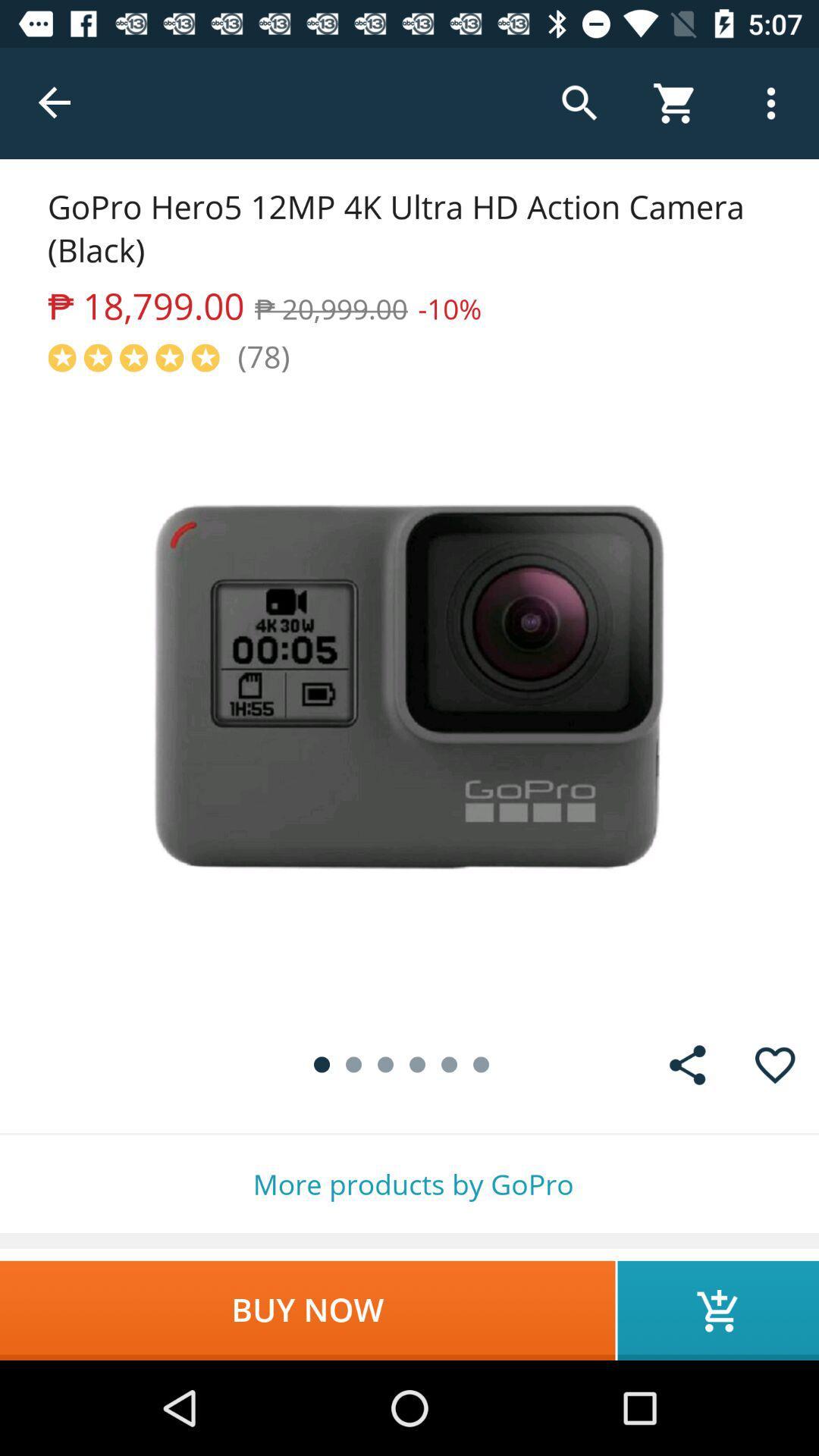  I want to click on shows share button, so click(687, 1064).